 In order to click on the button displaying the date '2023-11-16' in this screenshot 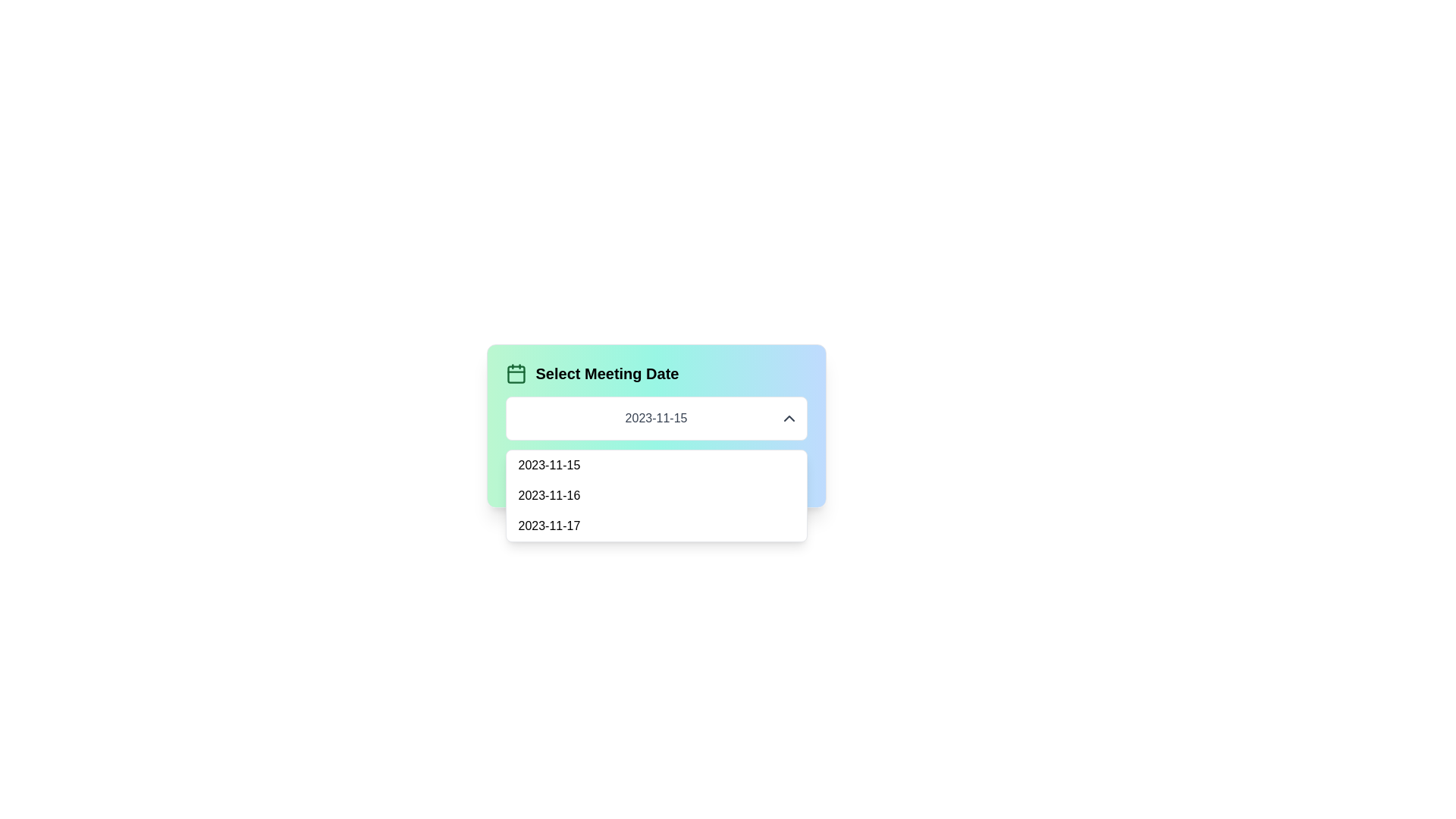, I will do `click(656, 496)`.